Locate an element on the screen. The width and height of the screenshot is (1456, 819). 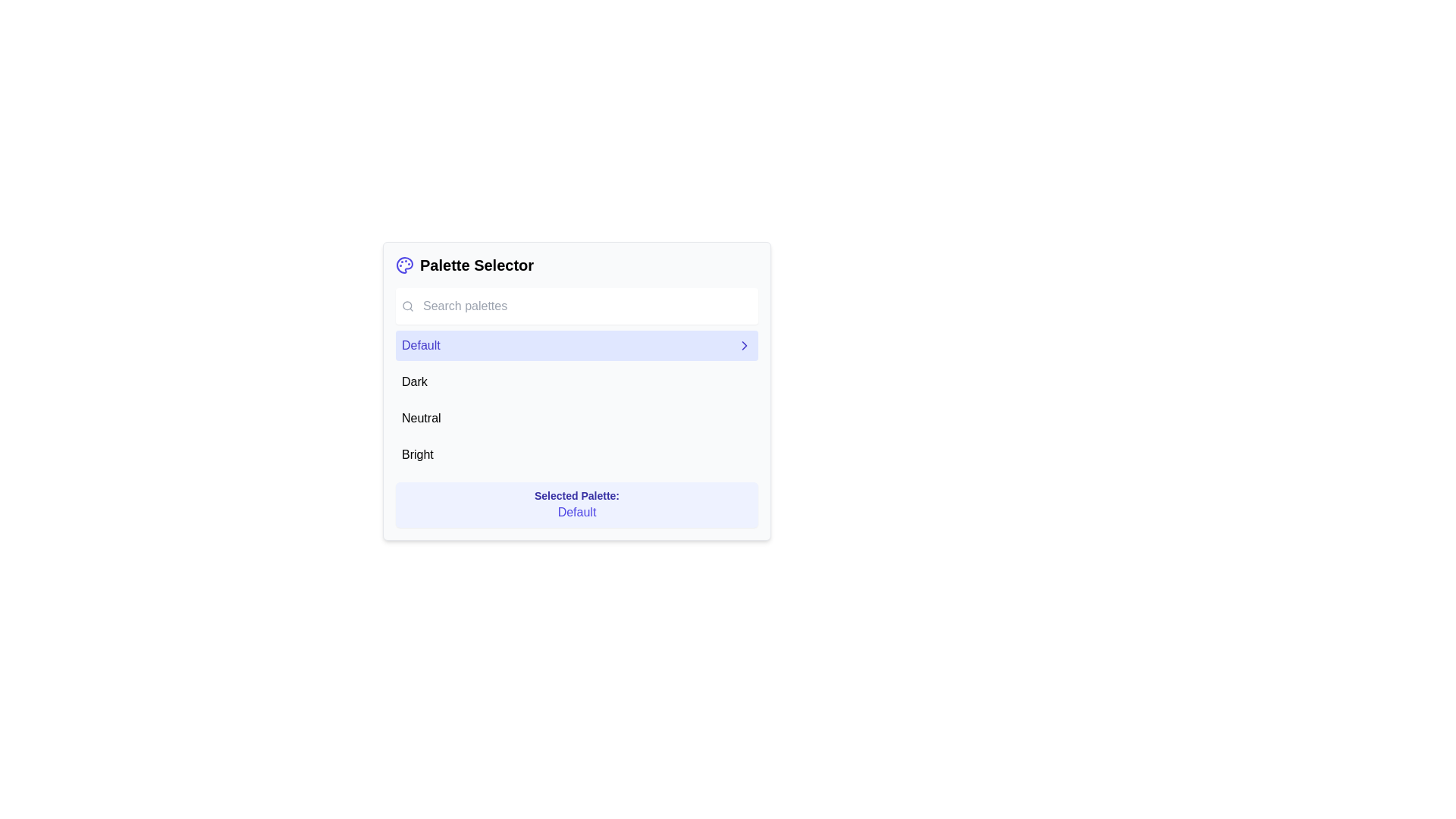
the label indicating the section about the selected palette, which is positioned above the text 'Default' in an indigo highlighted box is located at coordinates (576, 496).